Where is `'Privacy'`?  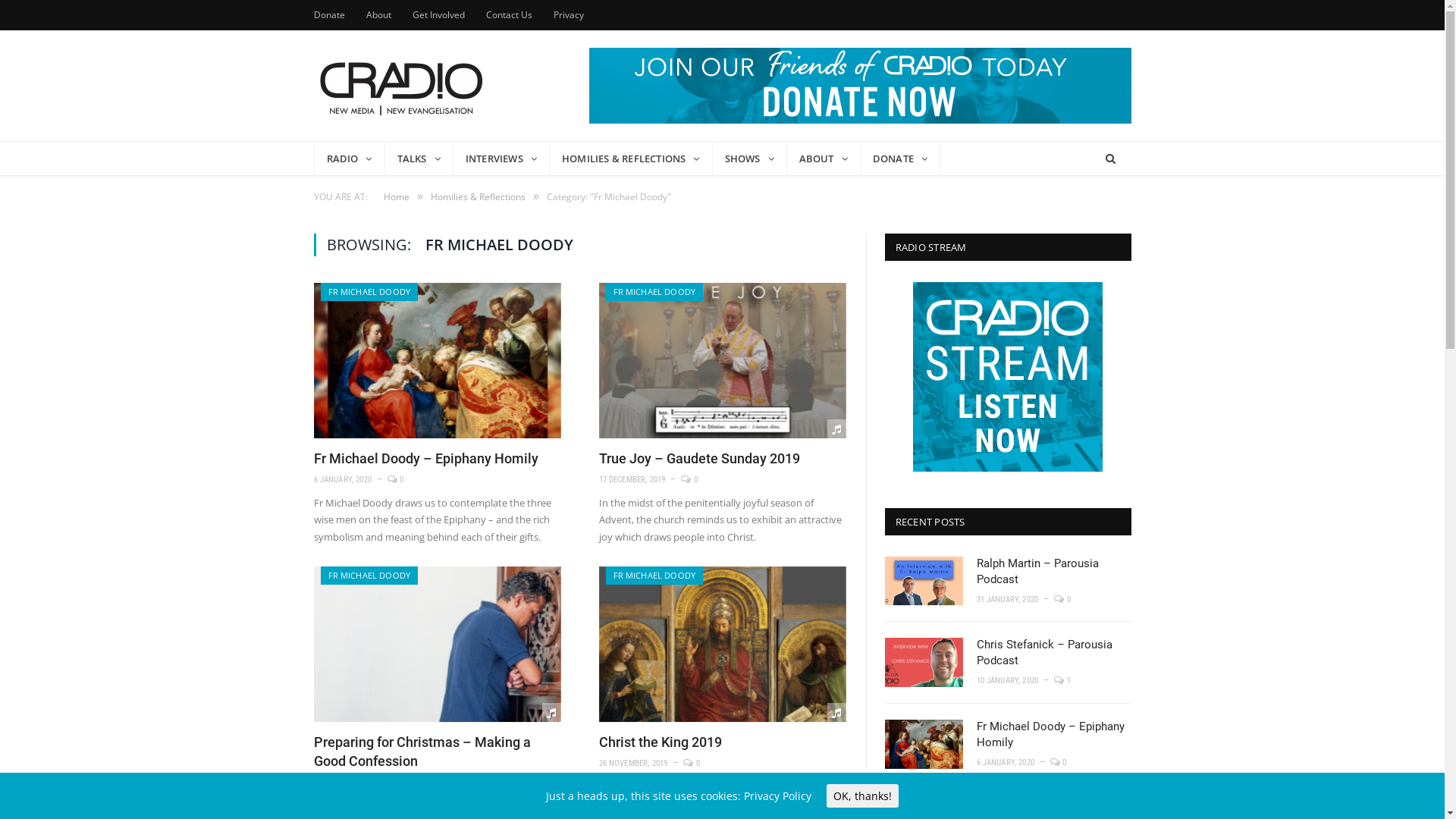 'Privacy' is located at coordinates (567, 14).